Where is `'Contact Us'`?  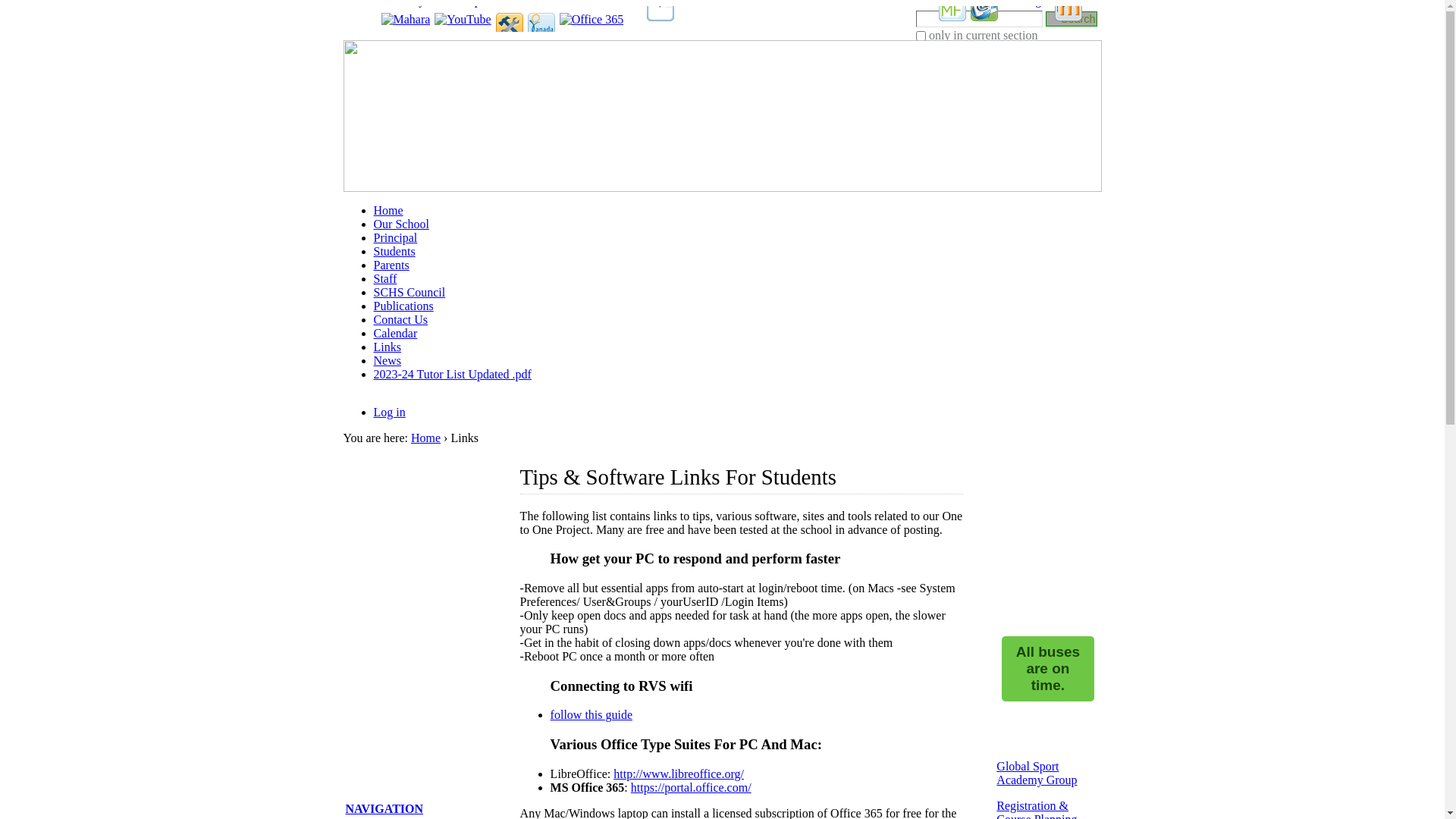 'Contact Us' is located at coordinates (400, 318).